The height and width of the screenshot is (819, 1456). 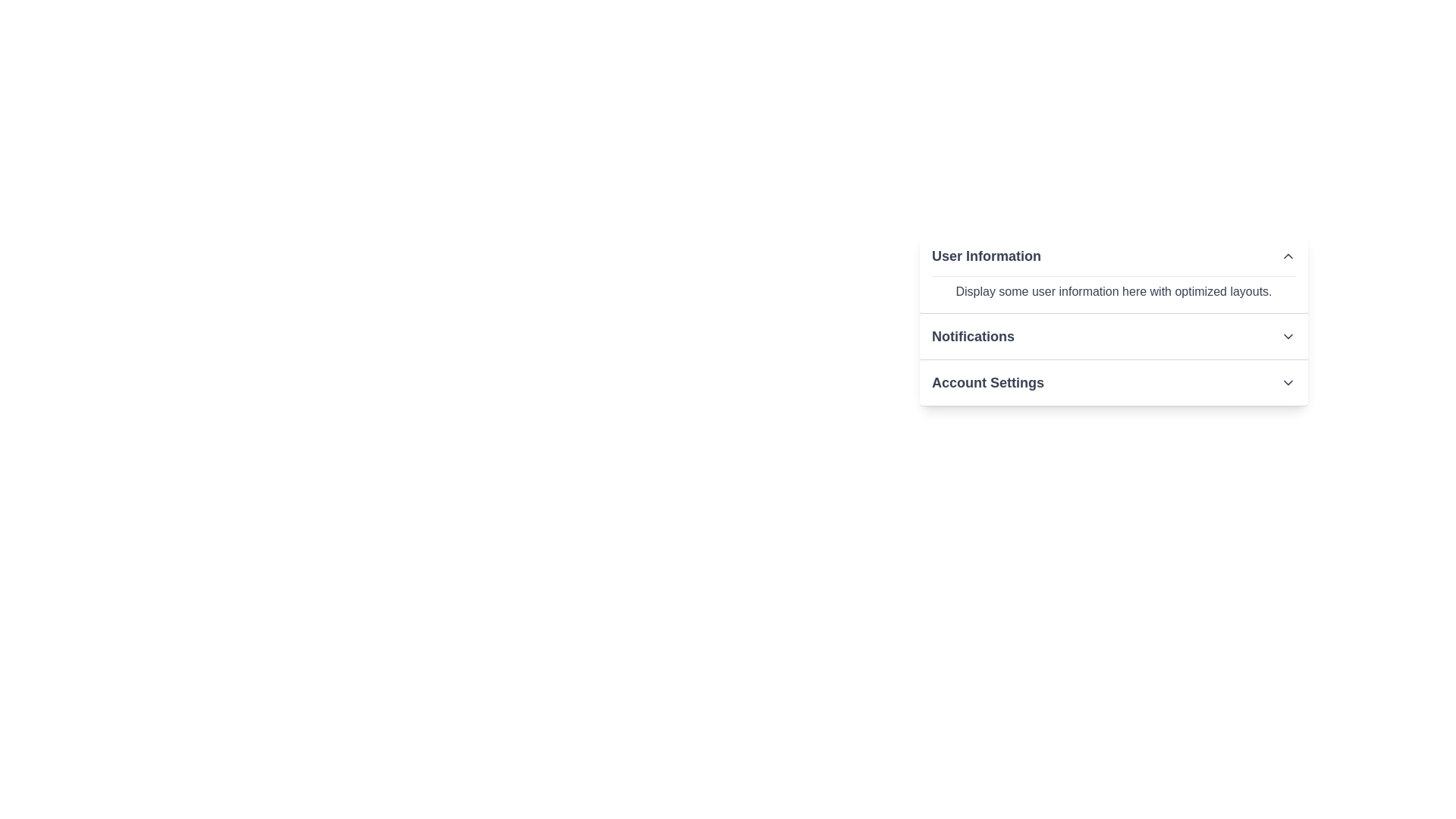 What do you see at coordinates (1113, 318) in the screenshot?
I see `the collapsible or expandable menu component located in the center of the modal` at bounding box center [1113, 318].